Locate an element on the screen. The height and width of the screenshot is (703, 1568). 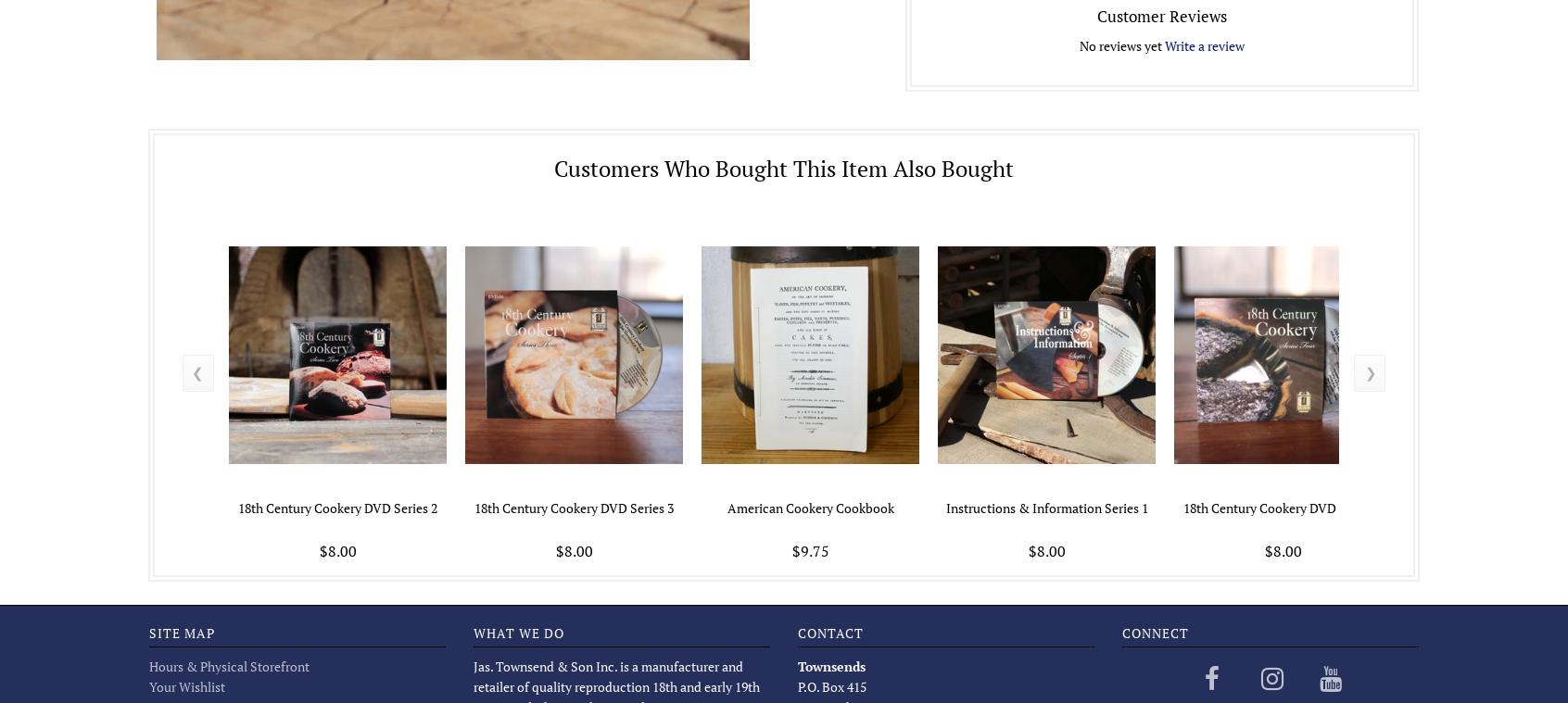
'Connect' is located at coordinates (1120, 632).